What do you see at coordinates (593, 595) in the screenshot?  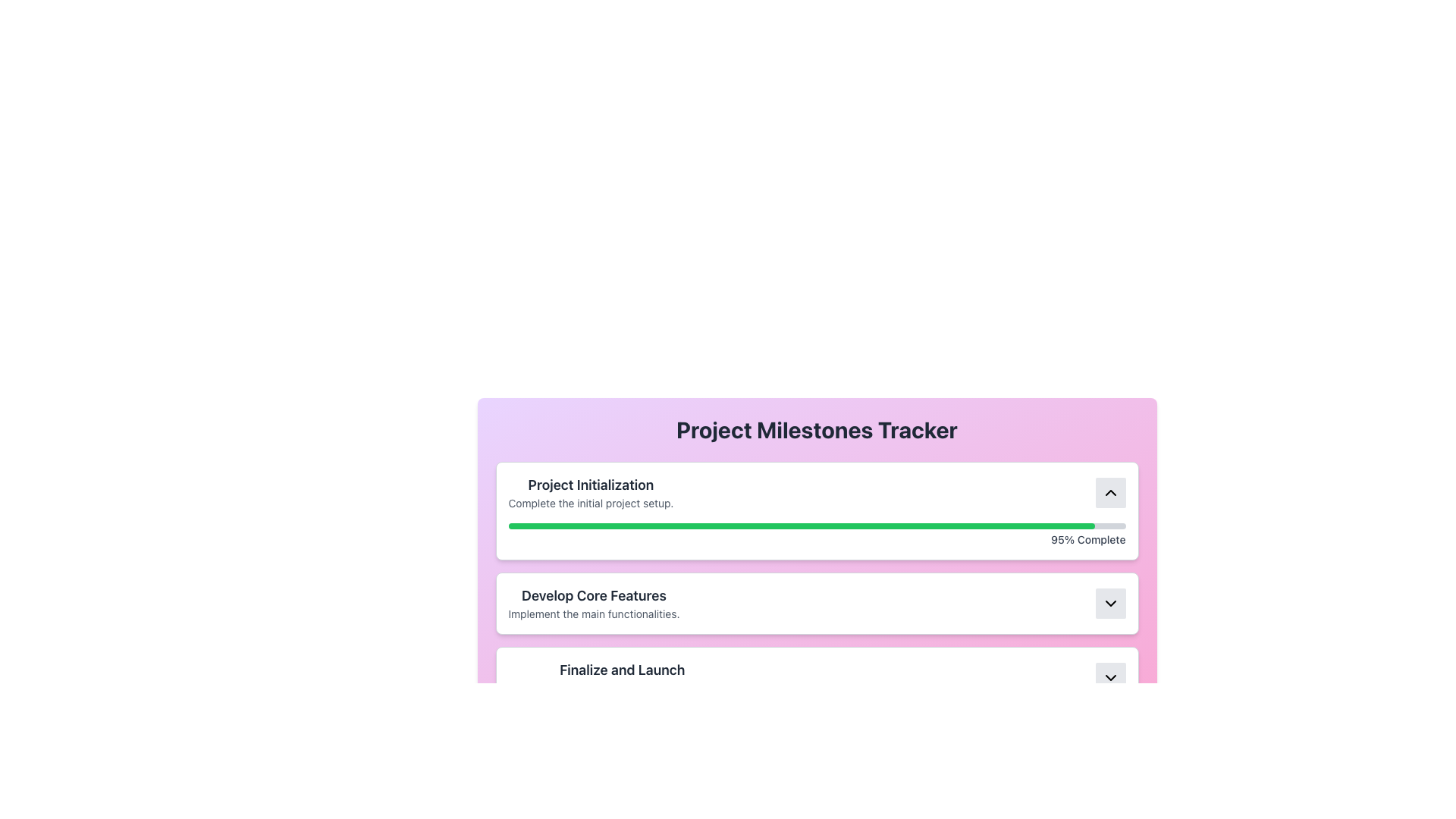 I see `the prominently styled text label reading 'Develop Core Features', which is a bold header aligned above a smaller descriptive text in a dark gray color` at bounding box center [593, 595].